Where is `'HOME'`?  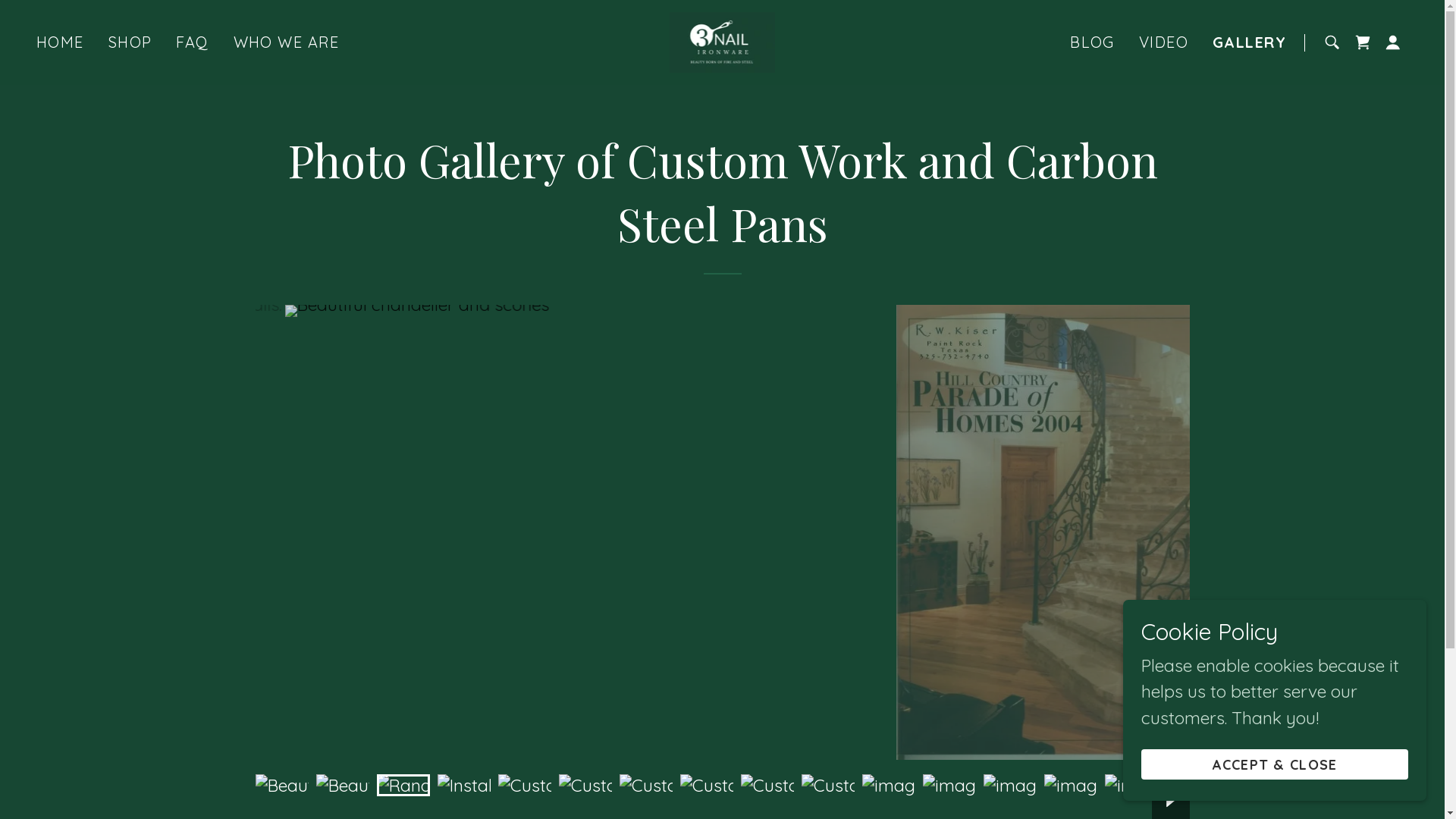 'HOME' is located at coordinates (60, 42).